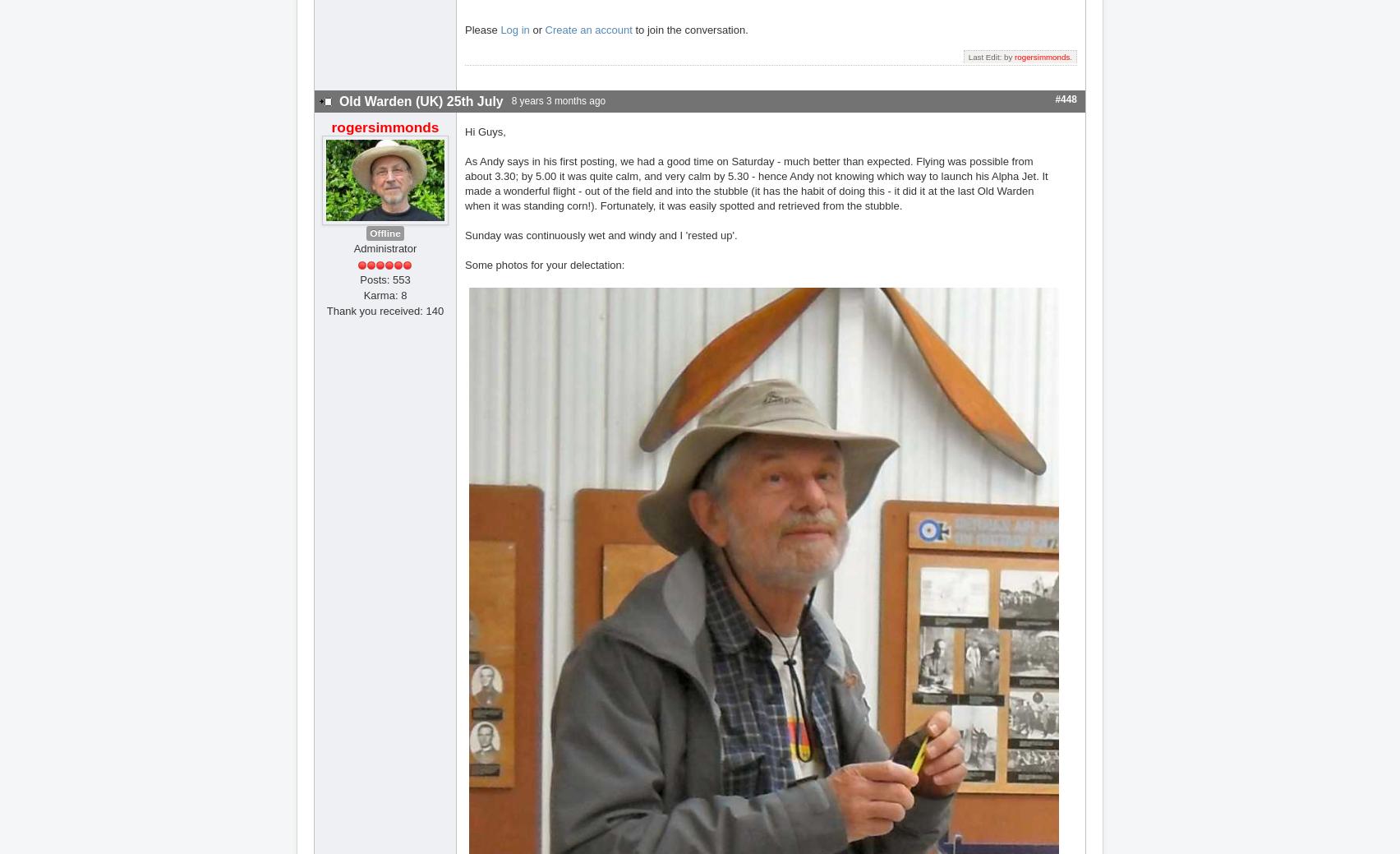  I want to click on 'Offline', so click(385, 233).